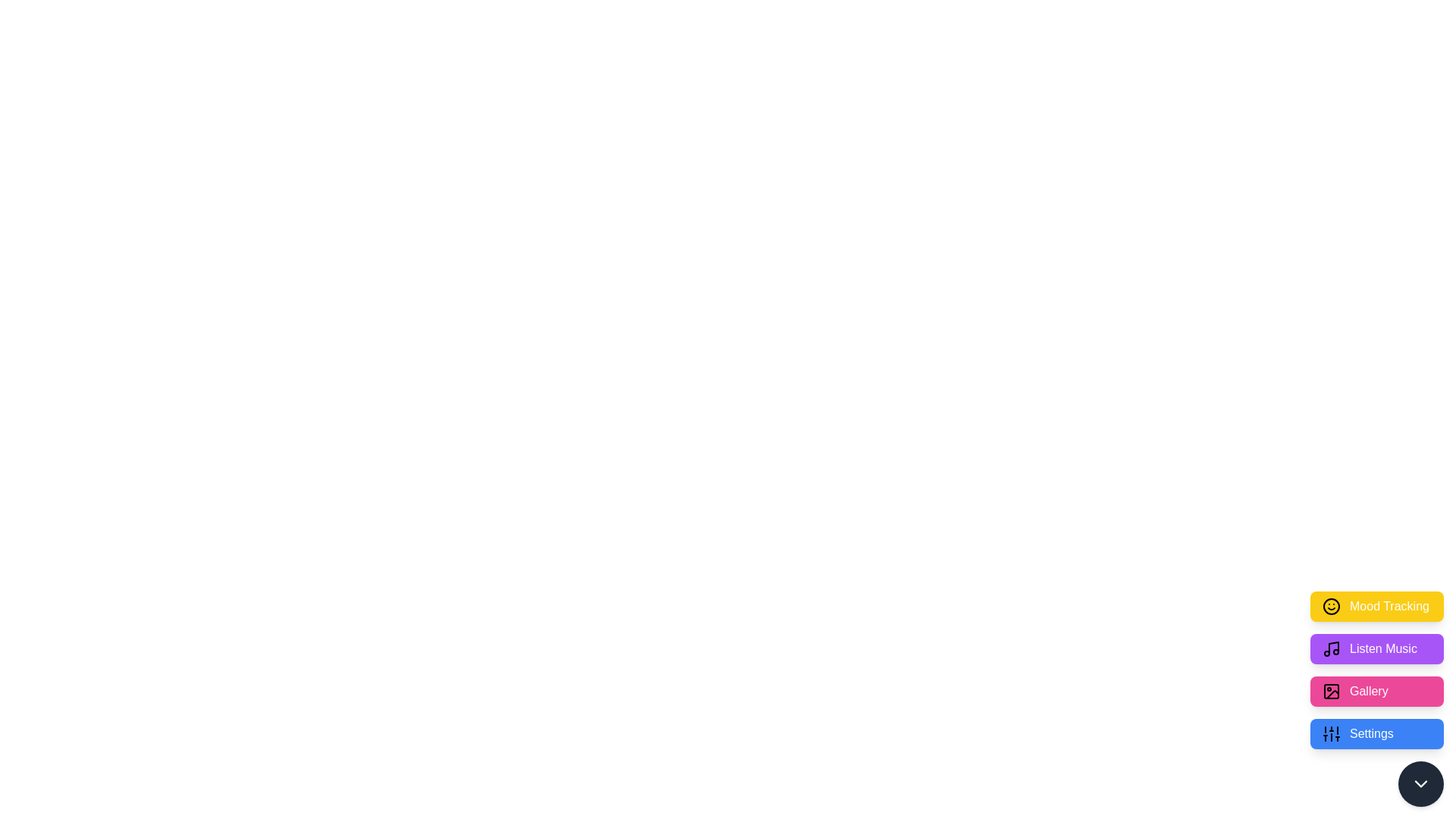  Describe the element at coordinates (1376, 733) in the screenshot. I see `the 'Settings' button to activate the 'Settings' action` at that location.